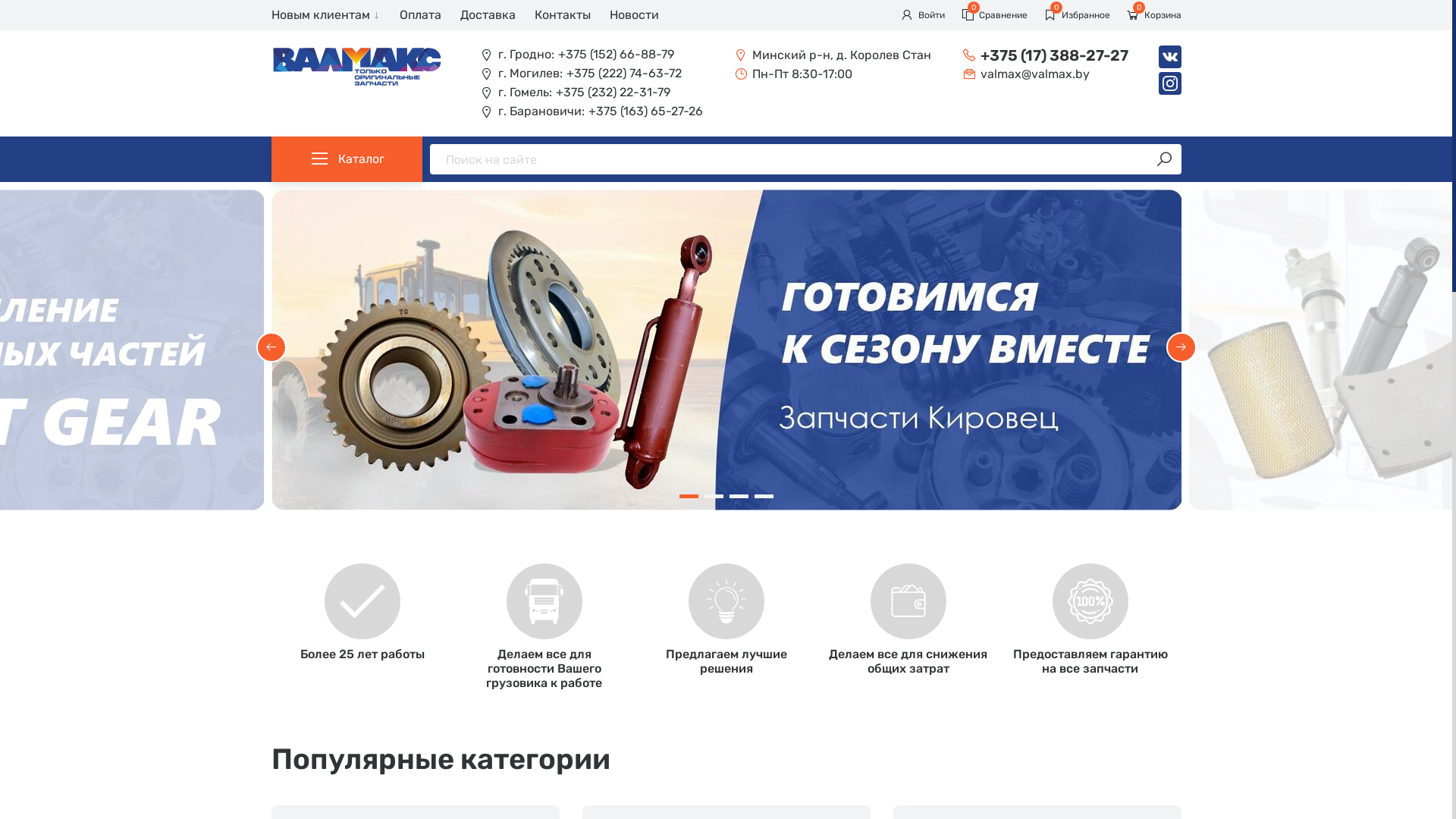 This screenshot has height=819, width=1456. What do you see at coordinates (1169, 55) in the screenshot?
I see `'VK'` at bounding box center [1169, 55].